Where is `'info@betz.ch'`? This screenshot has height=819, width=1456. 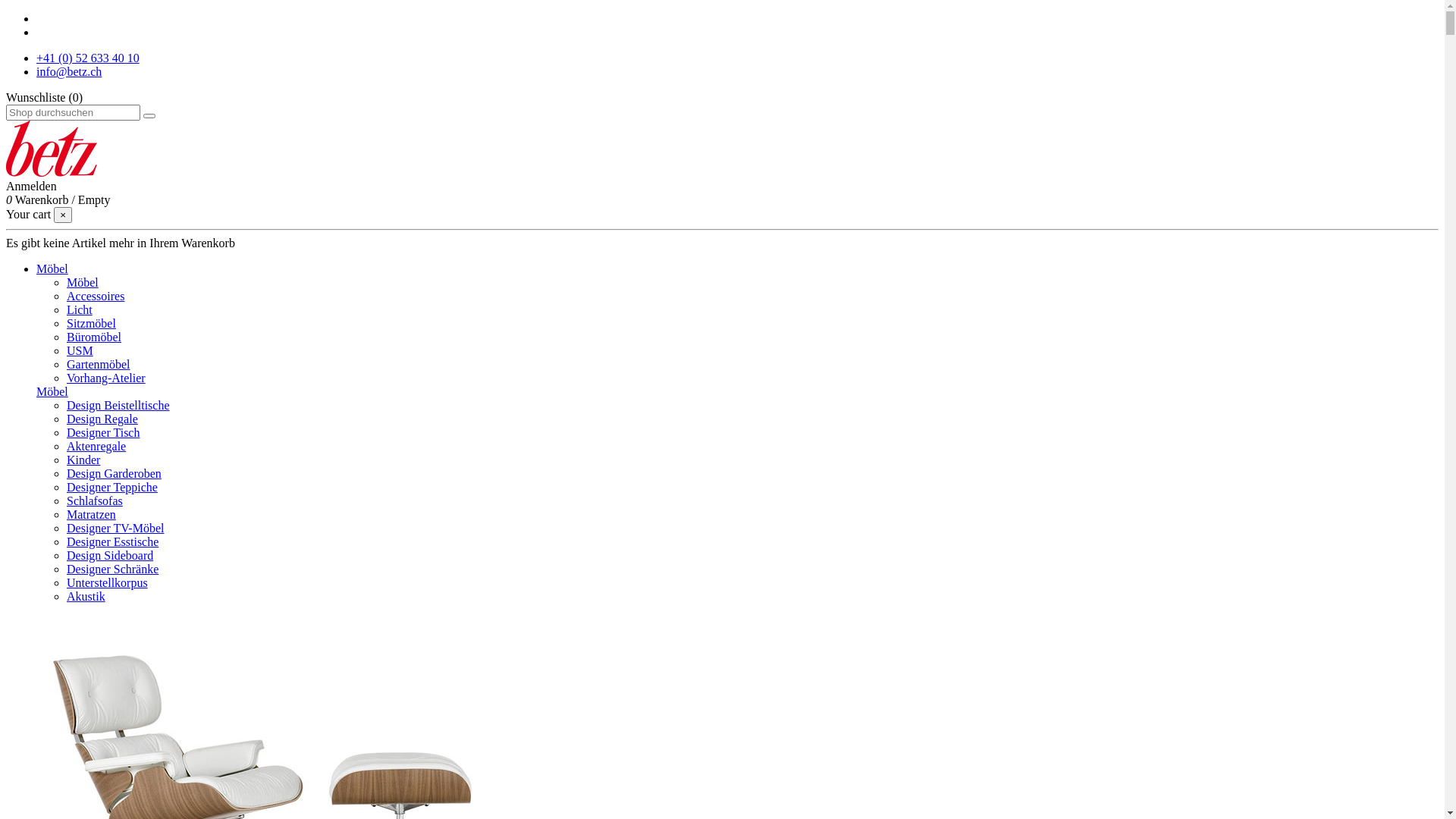
'info@betz.ch' is located at coordinates (68, 71).